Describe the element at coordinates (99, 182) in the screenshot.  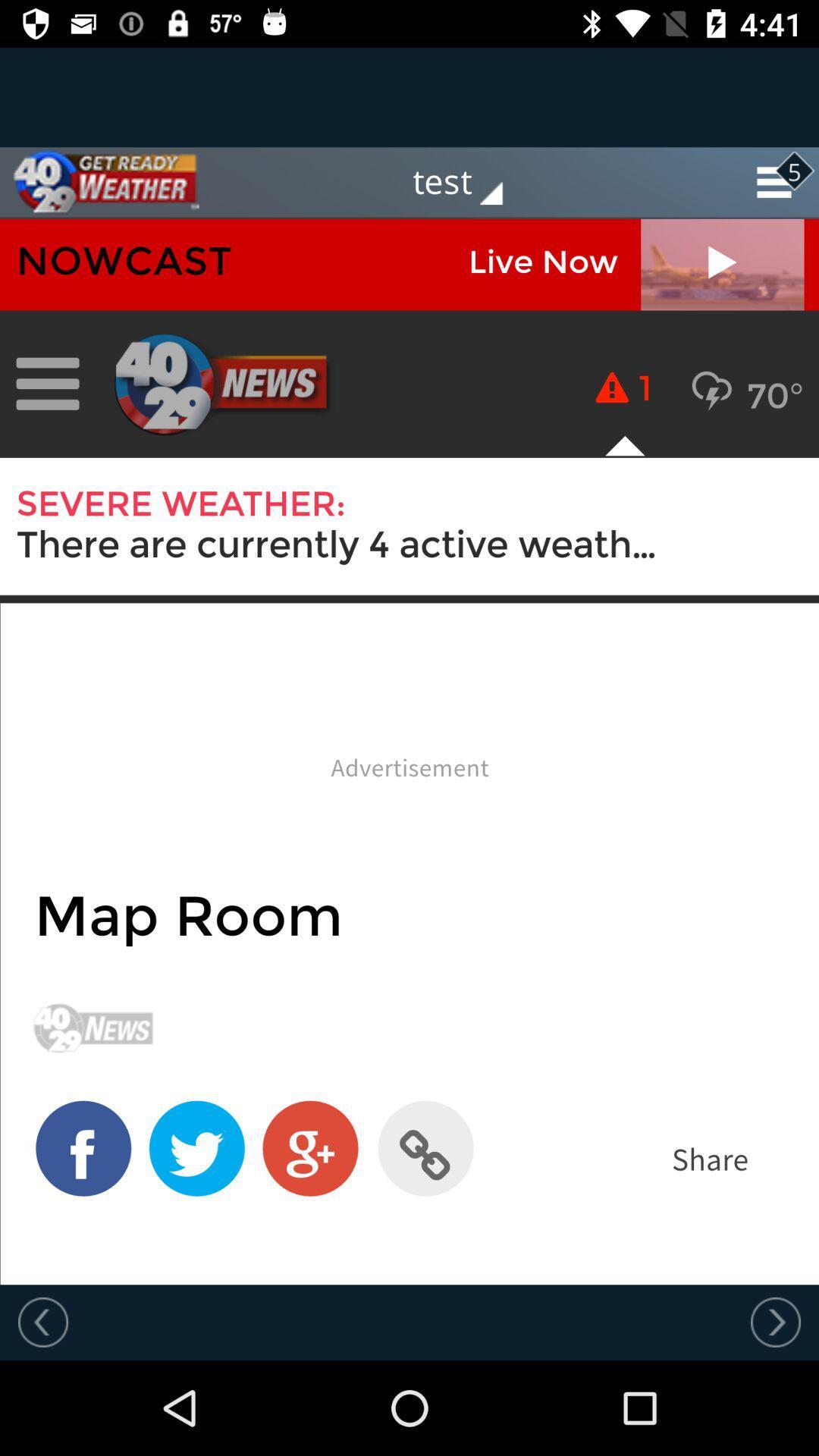
I see `weather` at that location.